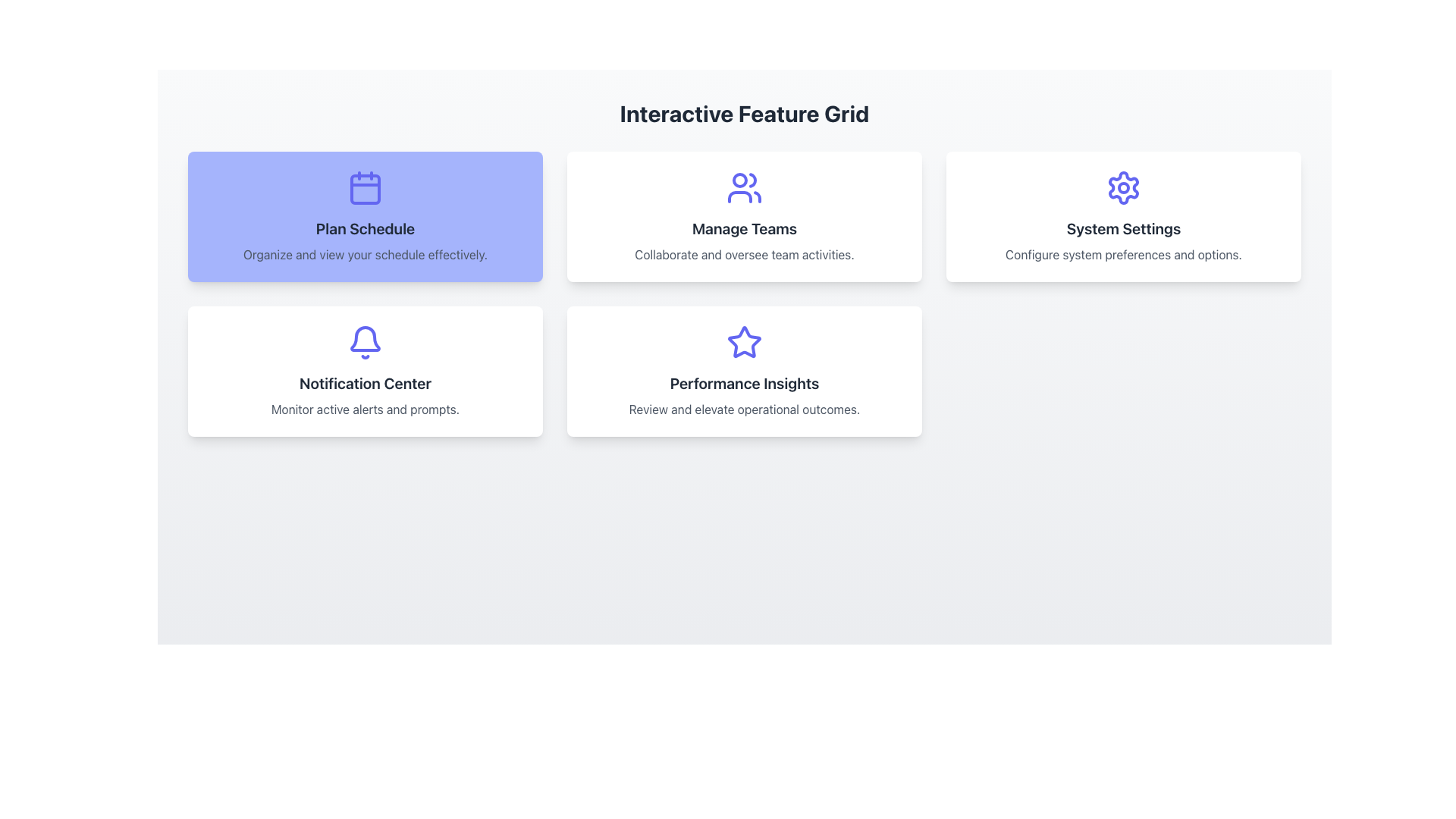 This screenshot has width=1456, height=819. What do you see at coordinates (1124, 216) in the screenshot?
I see `the third card in the top row that serves as an access point to configure system preferences and options` at bounding box center [1124, 216].